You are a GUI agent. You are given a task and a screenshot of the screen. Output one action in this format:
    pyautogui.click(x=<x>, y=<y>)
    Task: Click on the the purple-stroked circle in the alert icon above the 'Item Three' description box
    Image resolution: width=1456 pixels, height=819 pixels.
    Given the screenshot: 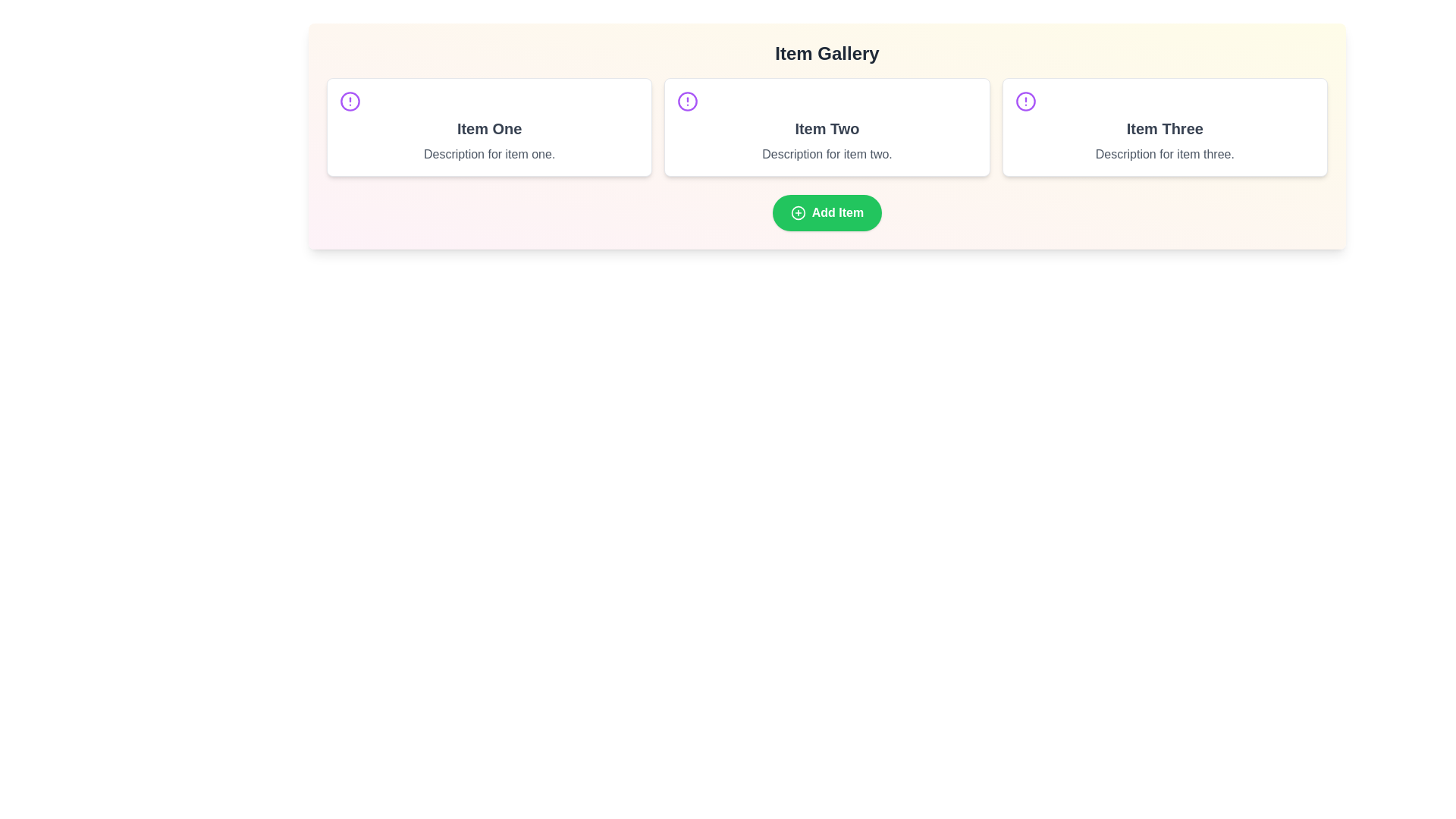 What is the action you would take?
    pyautogui.click(x=1025, y=102)
    